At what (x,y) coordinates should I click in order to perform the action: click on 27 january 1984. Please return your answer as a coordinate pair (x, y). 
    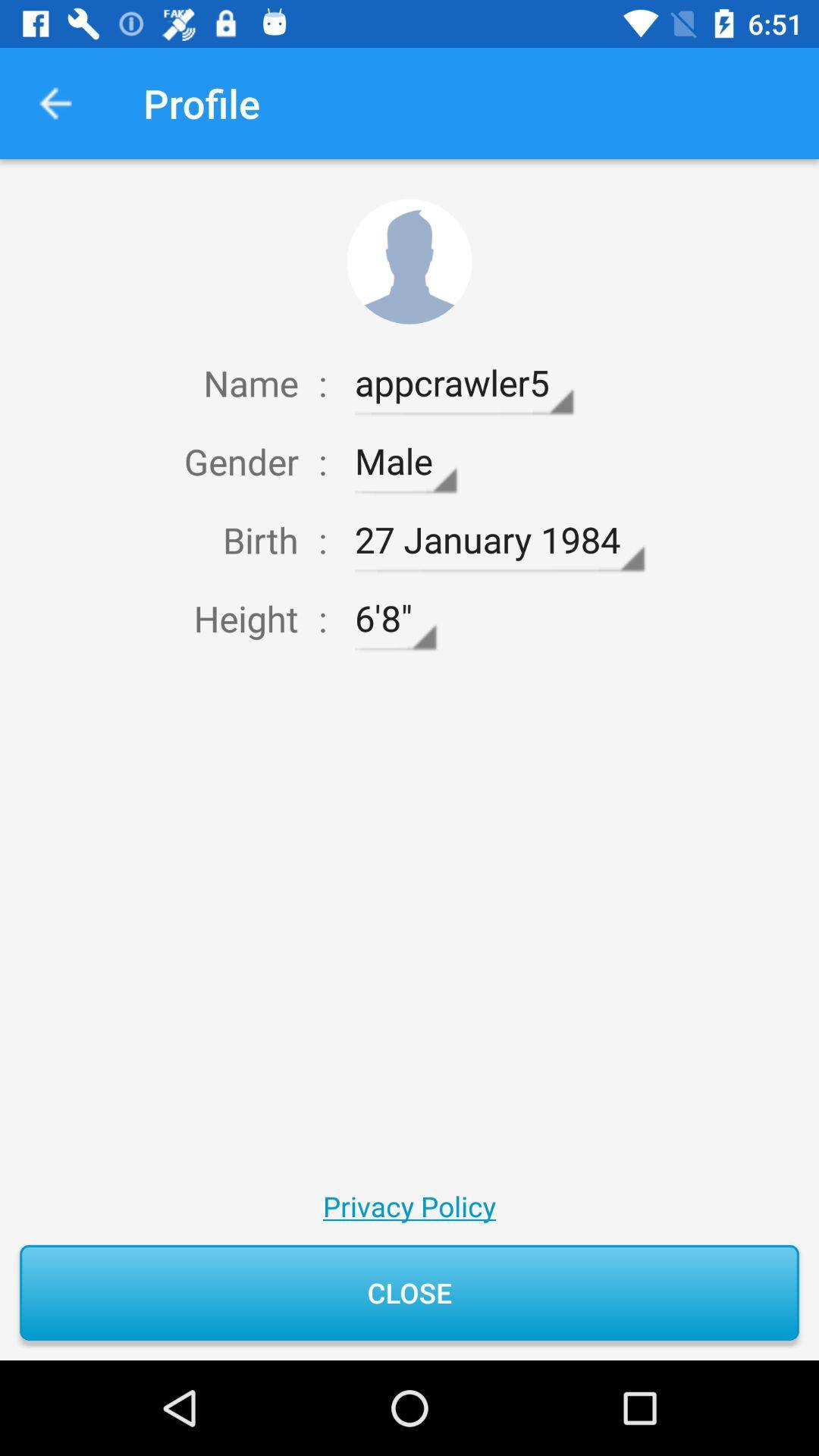
    Looking at the image, I should click on (499, 540).